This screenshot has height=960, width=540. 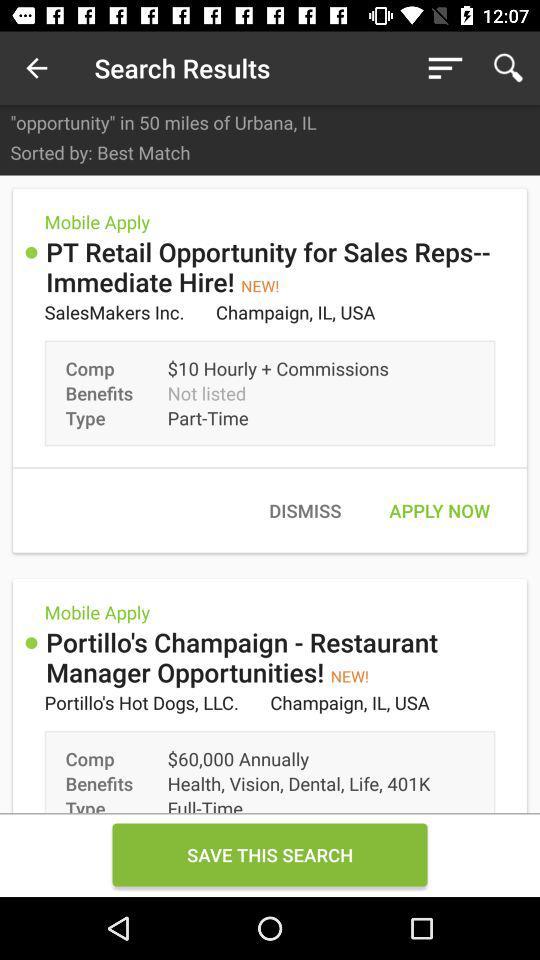 What do you see at coordinates (438, 509) in the screenshot?
I see `item on the right` at bounding box center [438, 509].